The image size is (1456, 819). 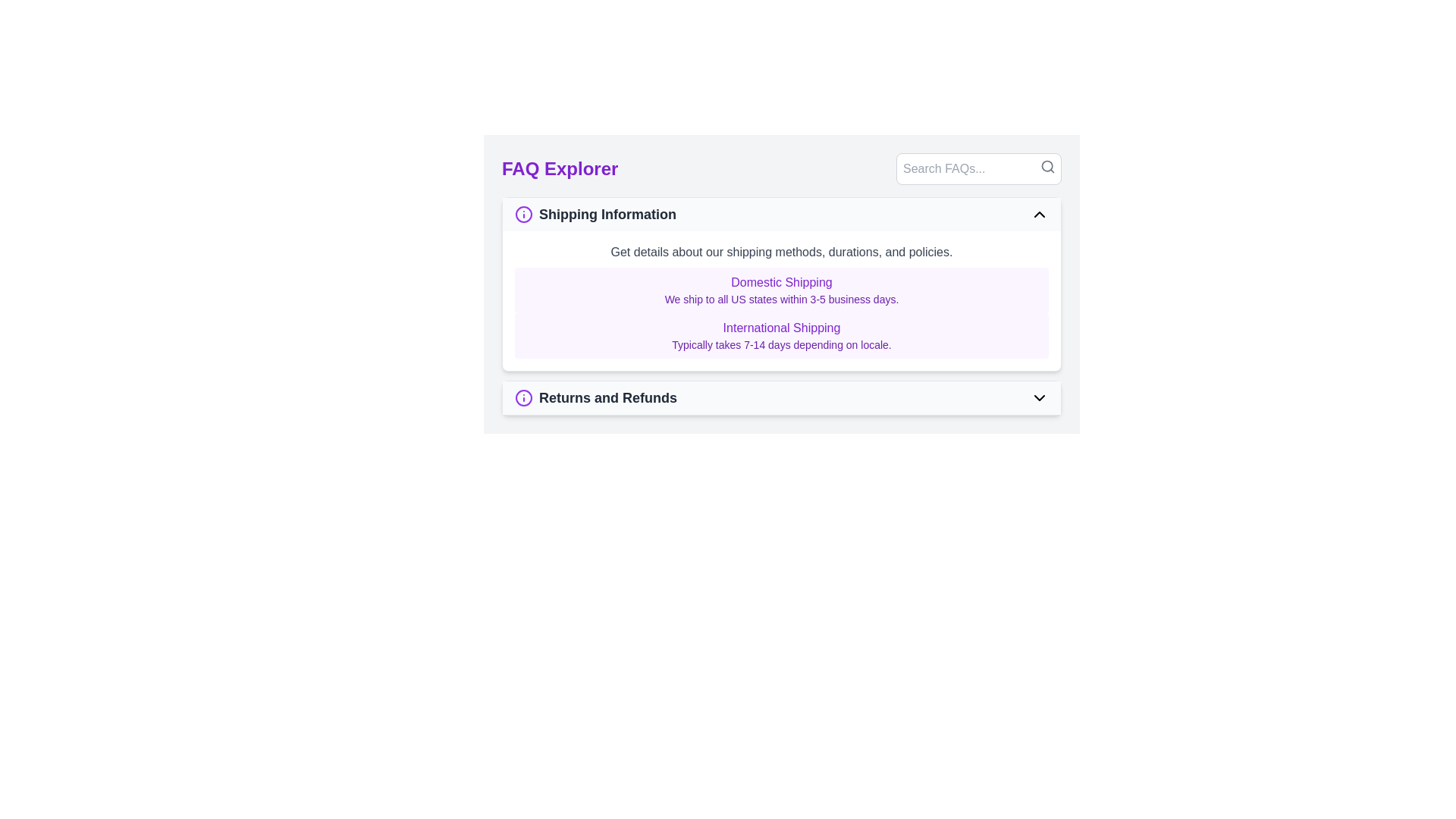 What do you see at coordinates (782, 299) in the screenshot?
I see `the informative text that reads 'We ship to all US states within 3-5 business days', which is styled in a small purple font and located under the 'Domestic Shipping' section` at bounding box center [782, 299].